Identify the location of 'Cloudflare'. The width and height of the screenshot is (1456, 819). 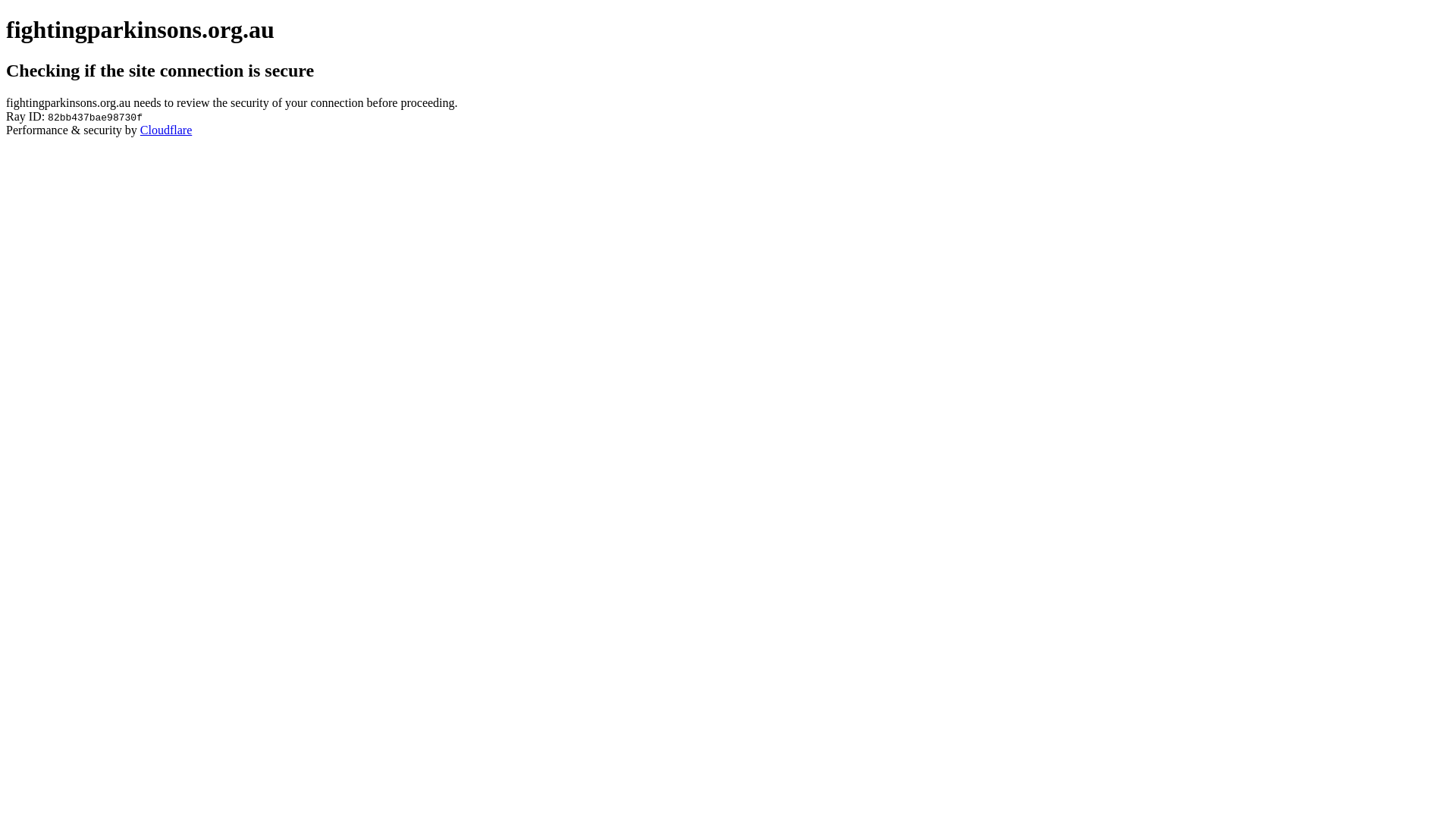
(166, 129).